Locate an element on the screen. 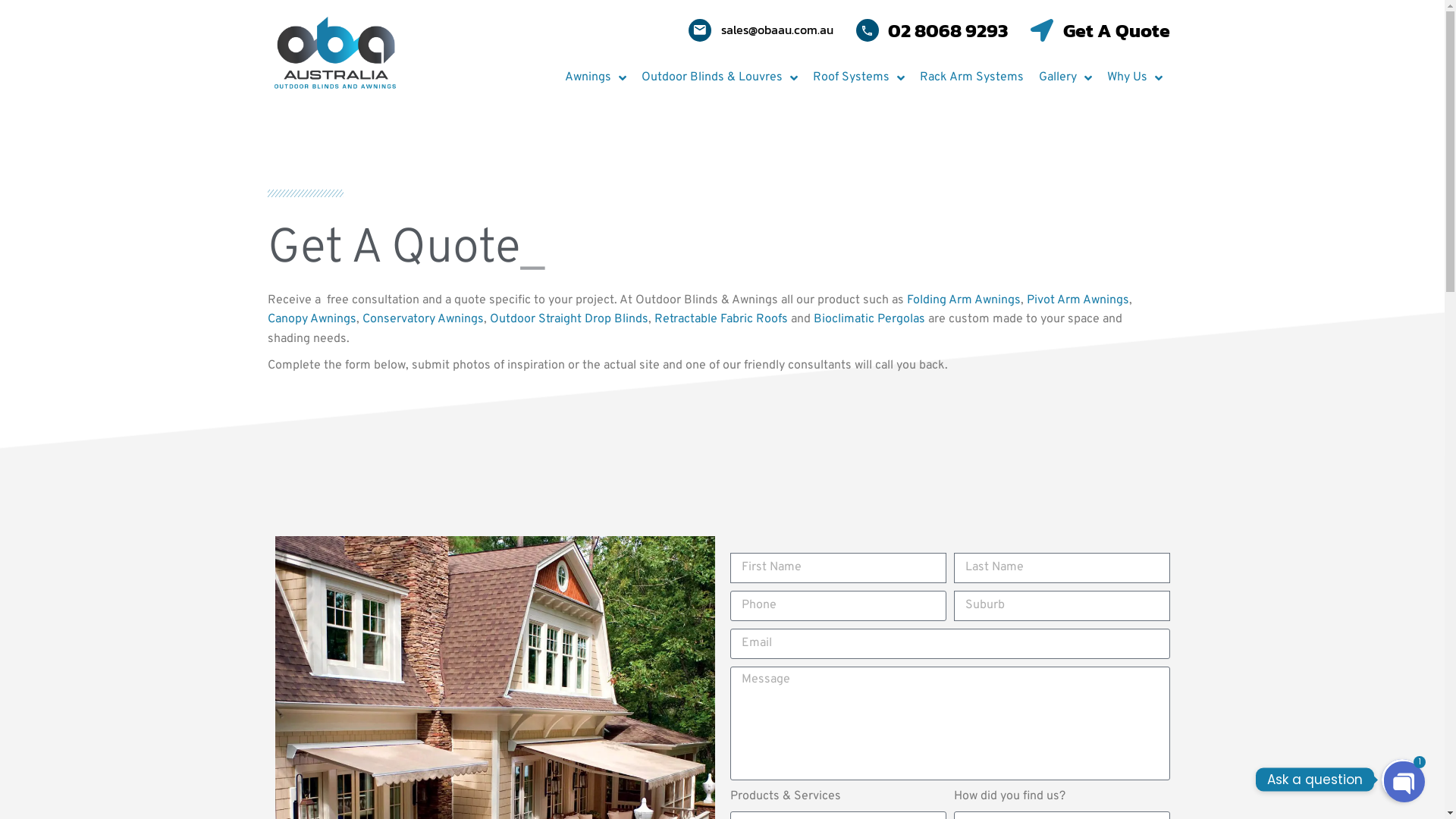 This screenshot has height=819, width=1456. 'Roof Systems' is located at coordinates (858, 78).